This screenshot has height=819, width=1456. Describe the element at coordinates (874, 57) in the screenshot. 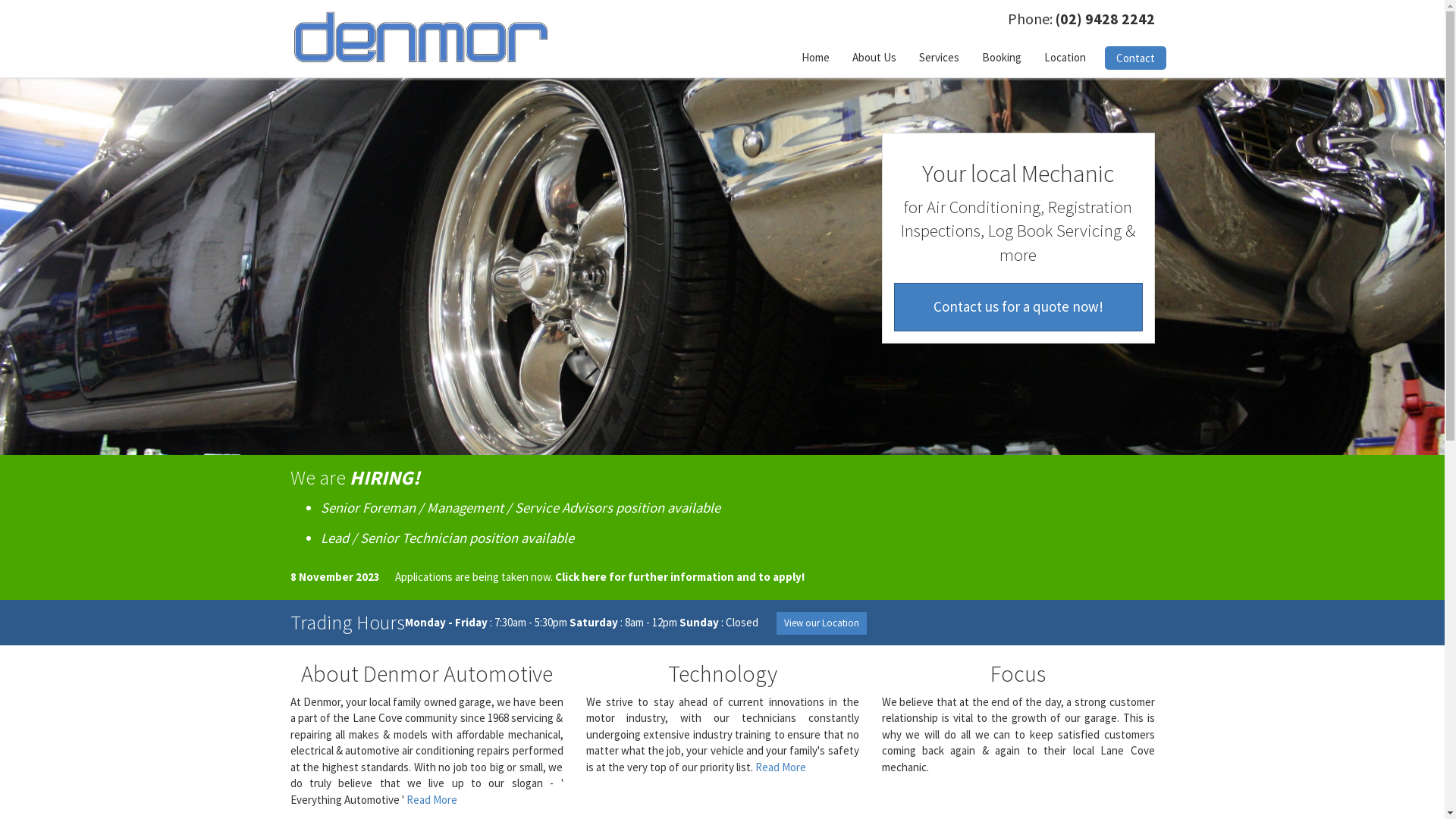

I see `'About Us'` at that location.